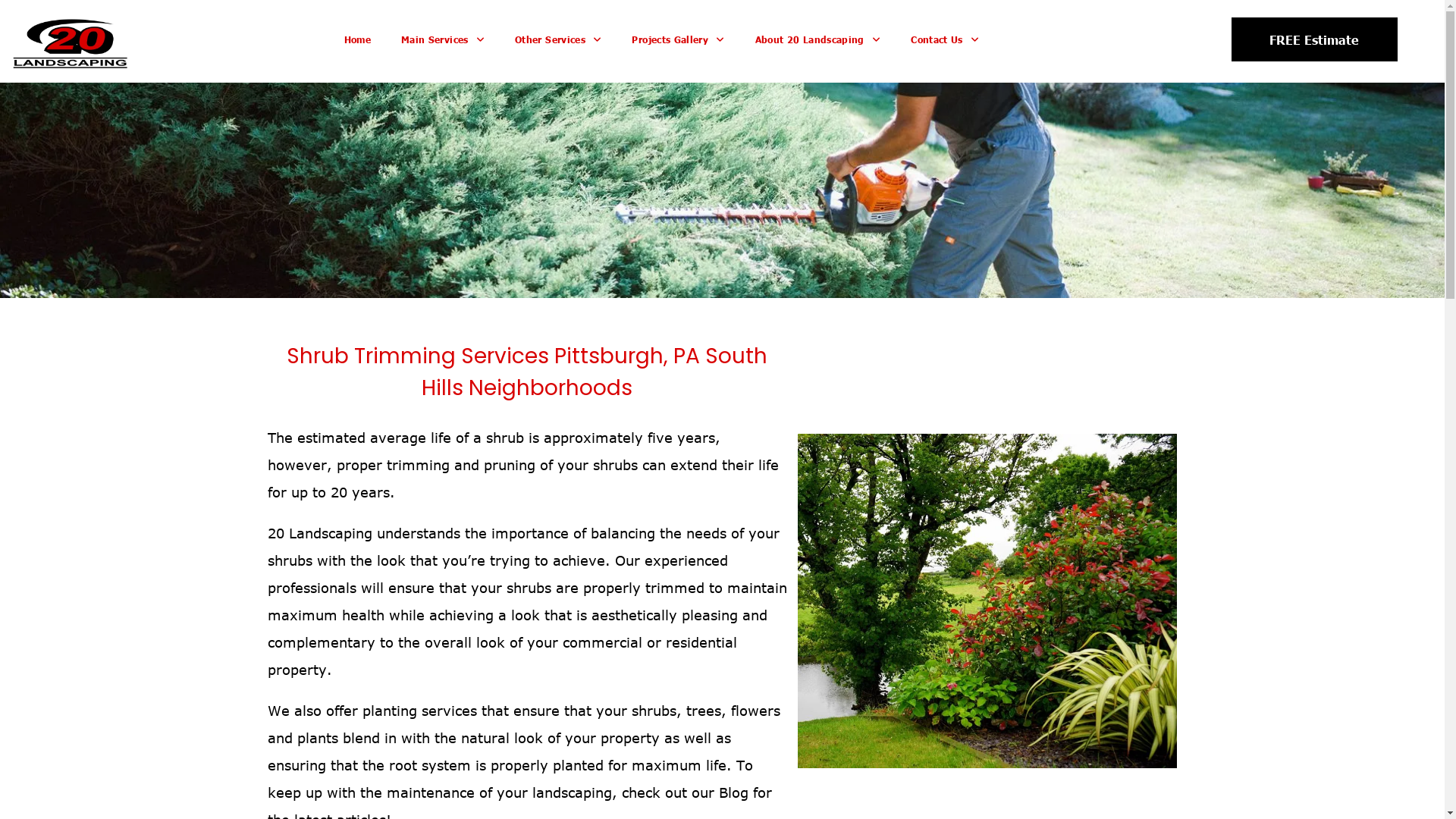 The image size is (1456, 819). Describe the element at coordinates (442, 39) in the screenshot. I see `'Main Services'` at that location.